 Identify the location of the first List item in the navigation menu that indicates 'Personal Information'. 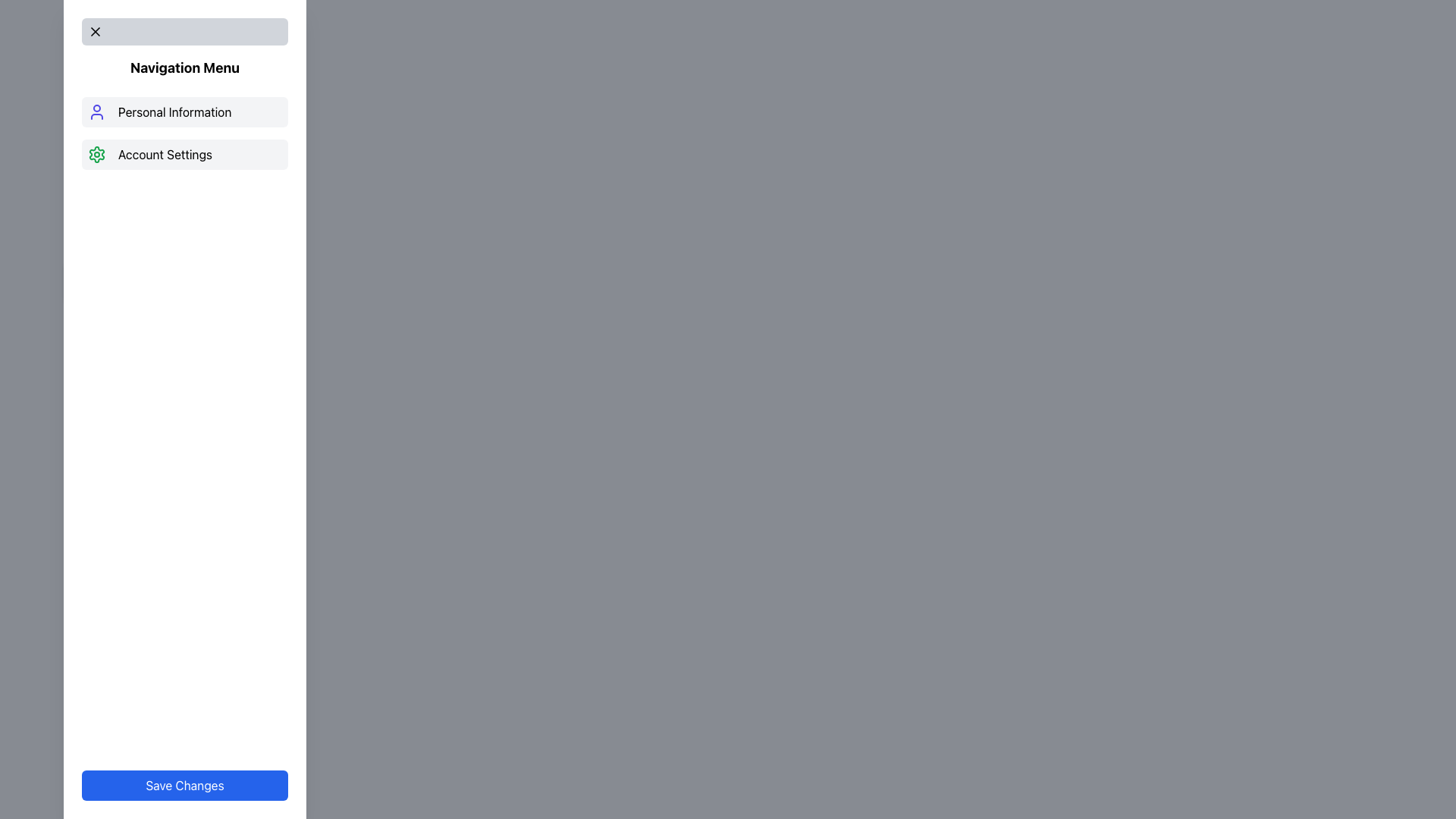
(184, 111).